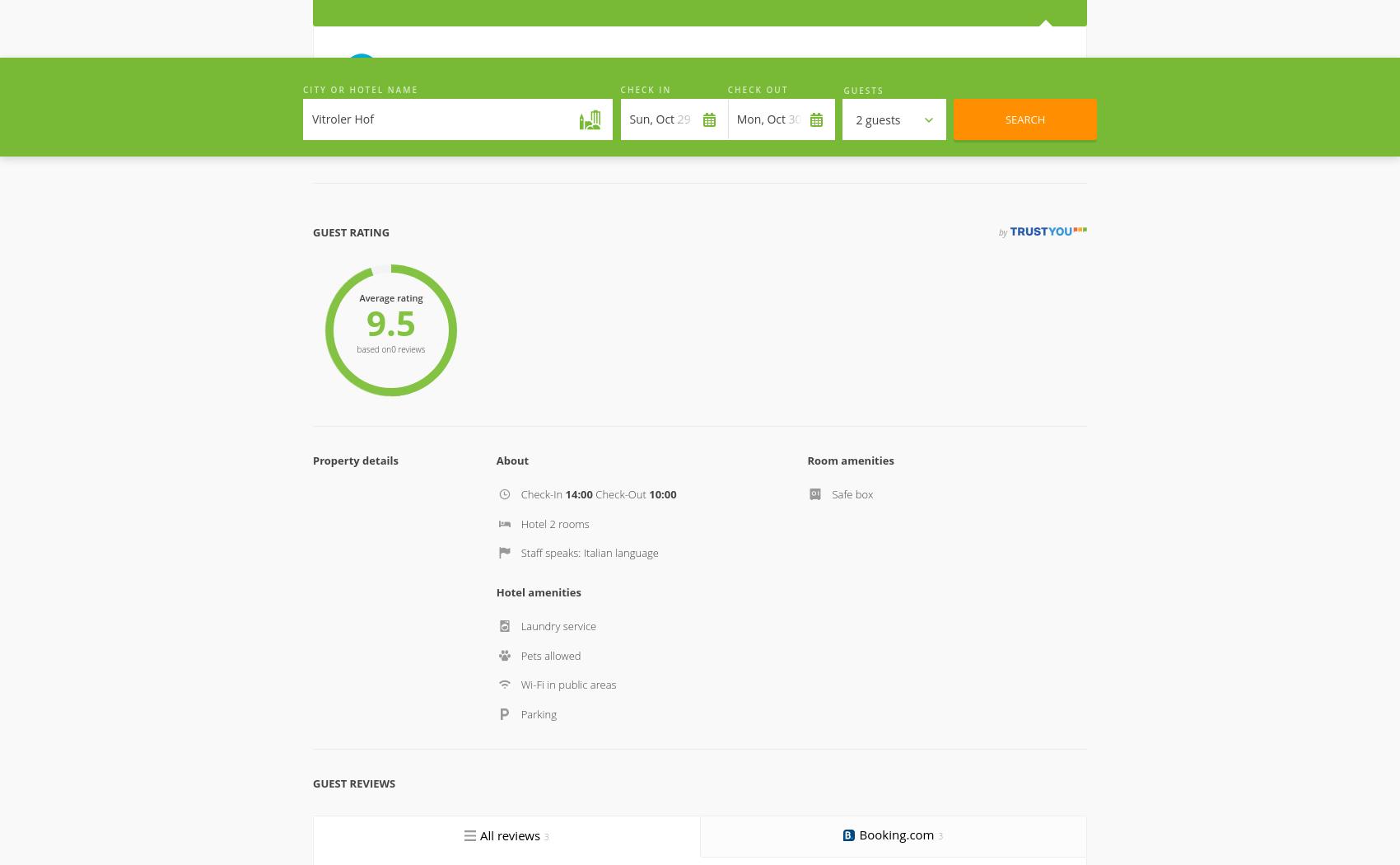  Describe the element at coordinates (665, 787) in the screenshot. I see `'Cookies'` at that location.